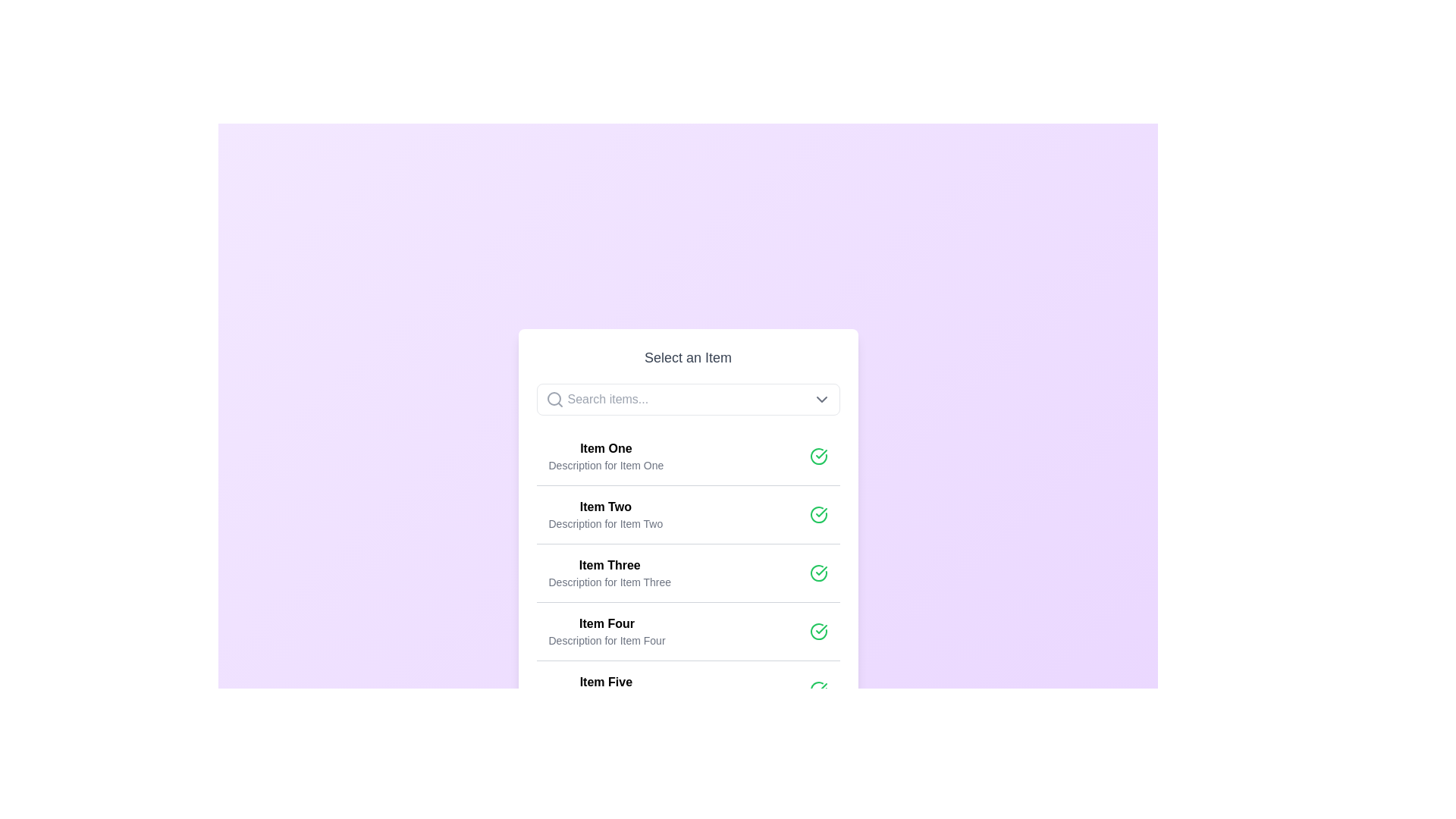  What do you see at coordinates (605, 681) in the screenshot?
I see `the text label that serves as the header for the fifth item in the list, located in the modal titled 'Select an Item.'` at bounding box center [605, 681].